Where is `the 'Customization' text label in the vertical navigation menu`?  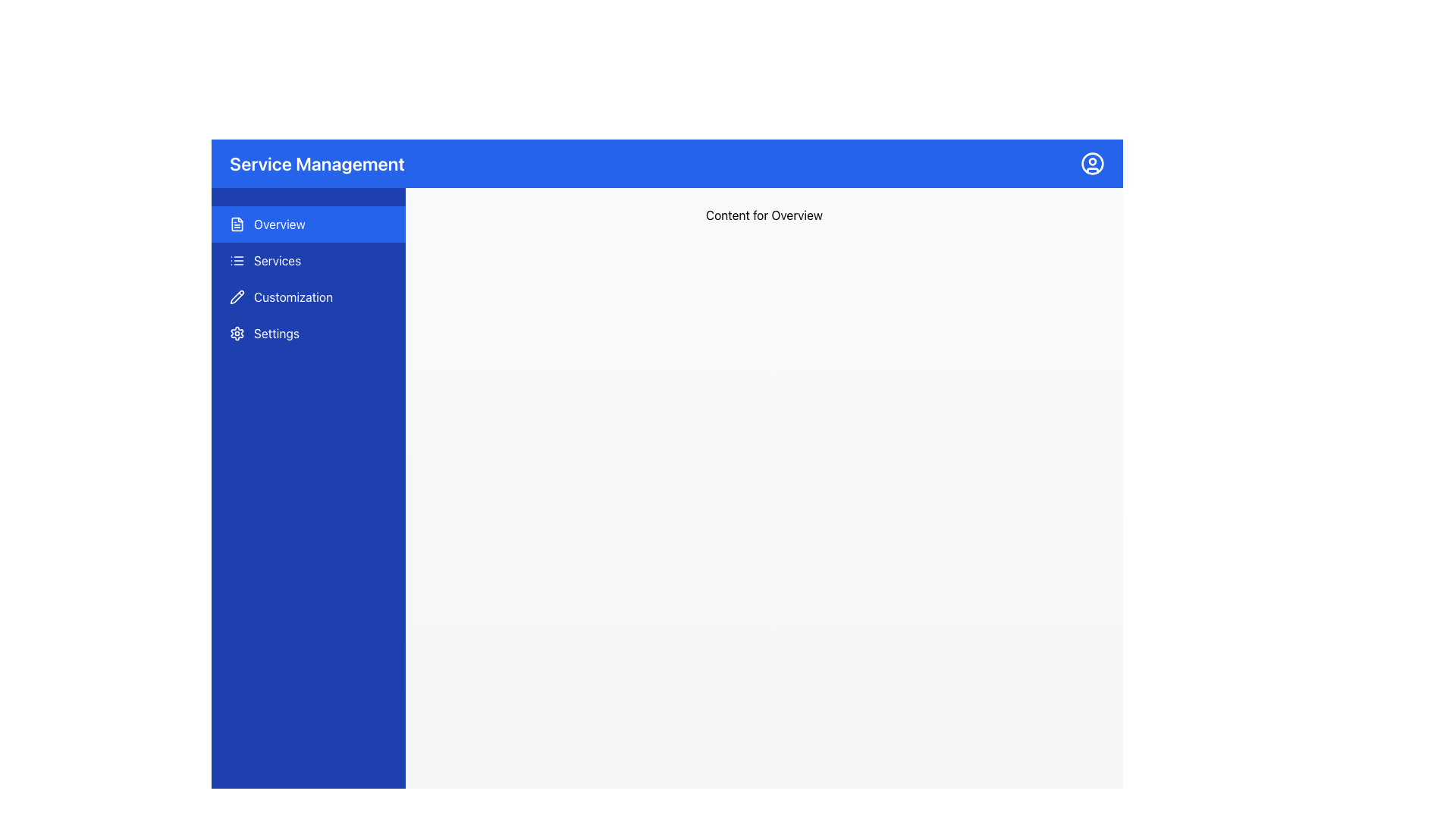
the 'Customization' text label in the vertical navigation menu is located at coordinates (293, 297).